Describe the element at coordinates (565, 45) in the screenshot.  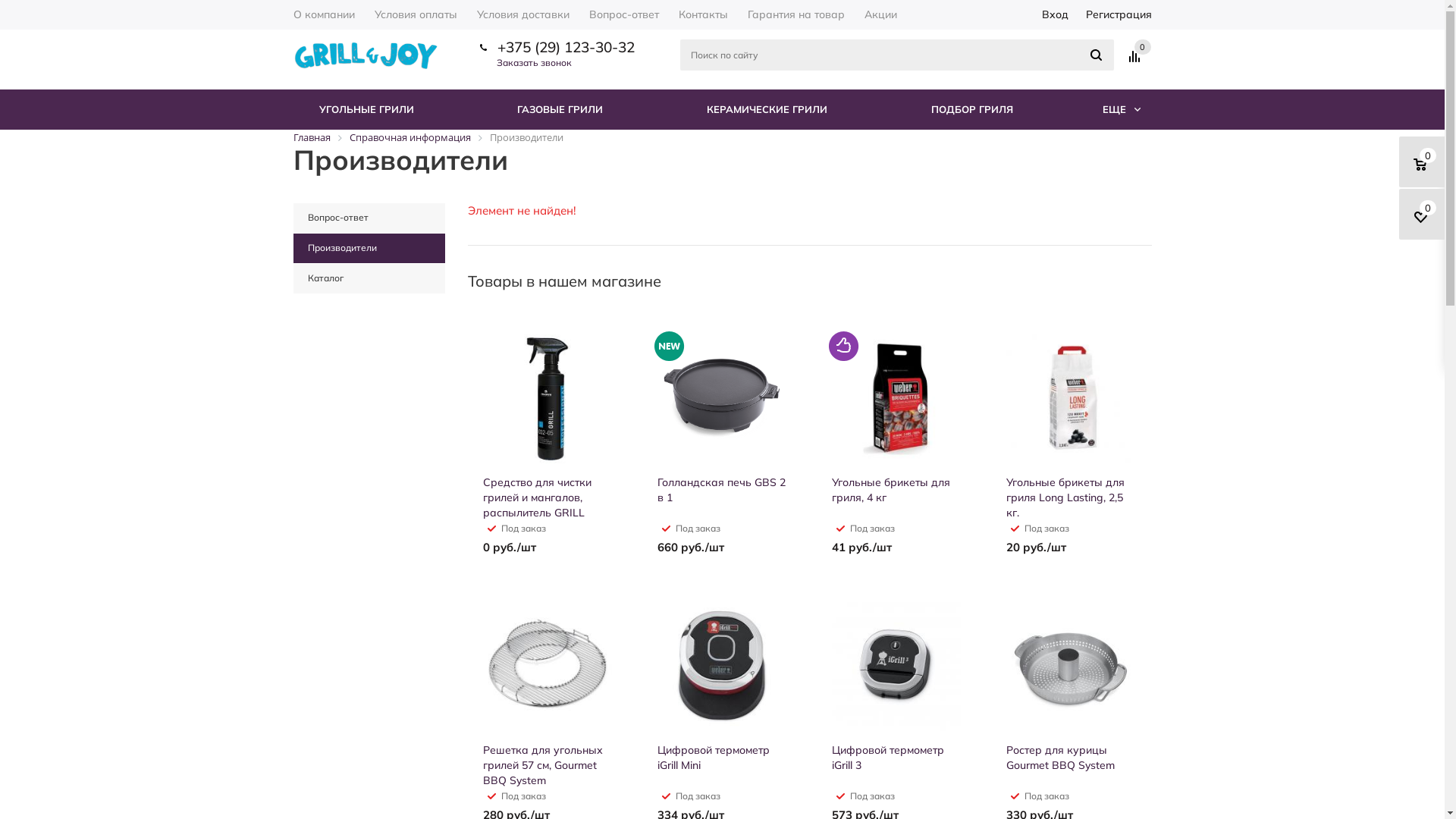
I see `'+375 (29) 123-30-32'` at that location.